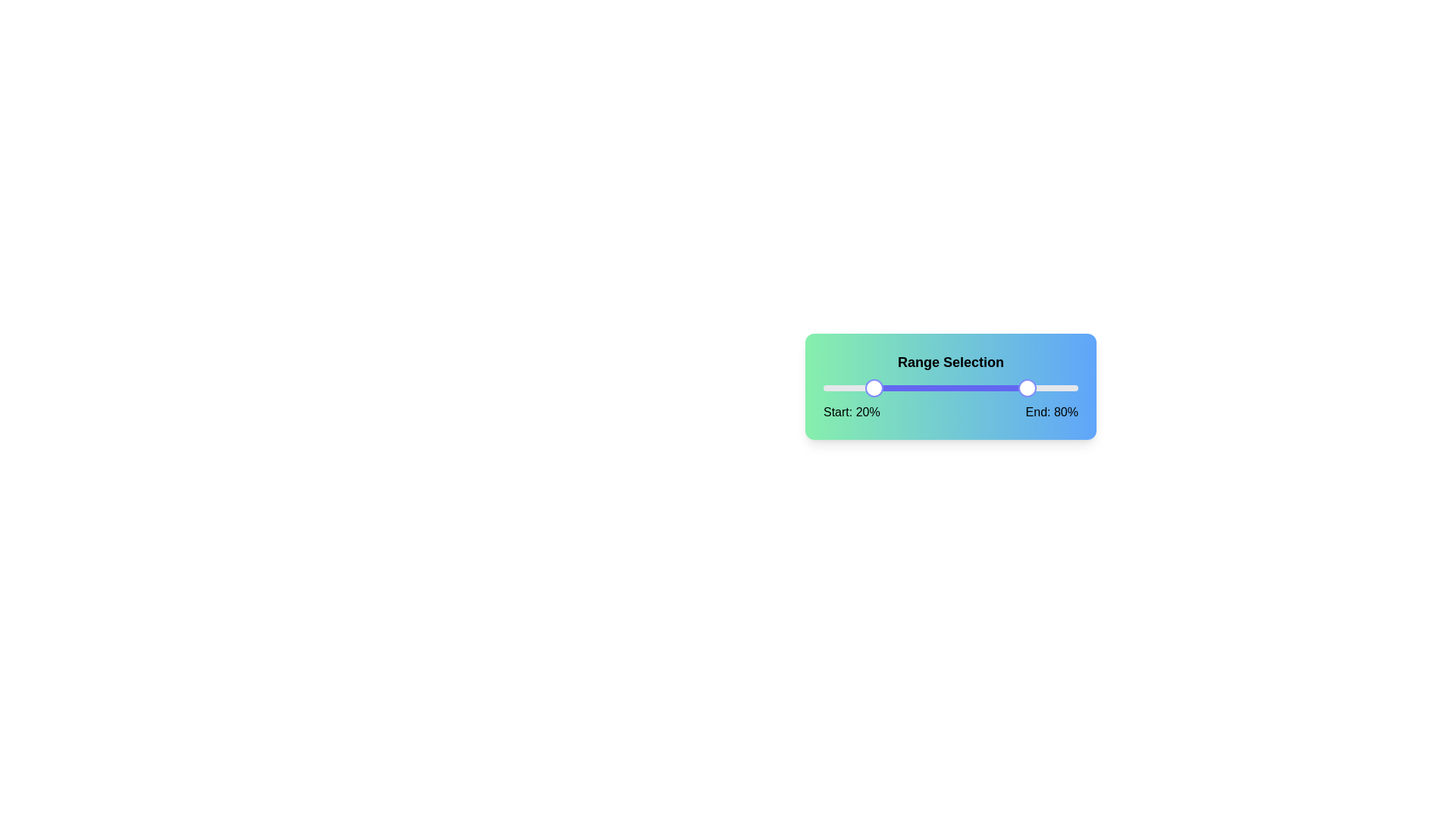  Describe the element at coordinates (975, 388) in the screenshot. I see `the end value of the range slider` at that location.